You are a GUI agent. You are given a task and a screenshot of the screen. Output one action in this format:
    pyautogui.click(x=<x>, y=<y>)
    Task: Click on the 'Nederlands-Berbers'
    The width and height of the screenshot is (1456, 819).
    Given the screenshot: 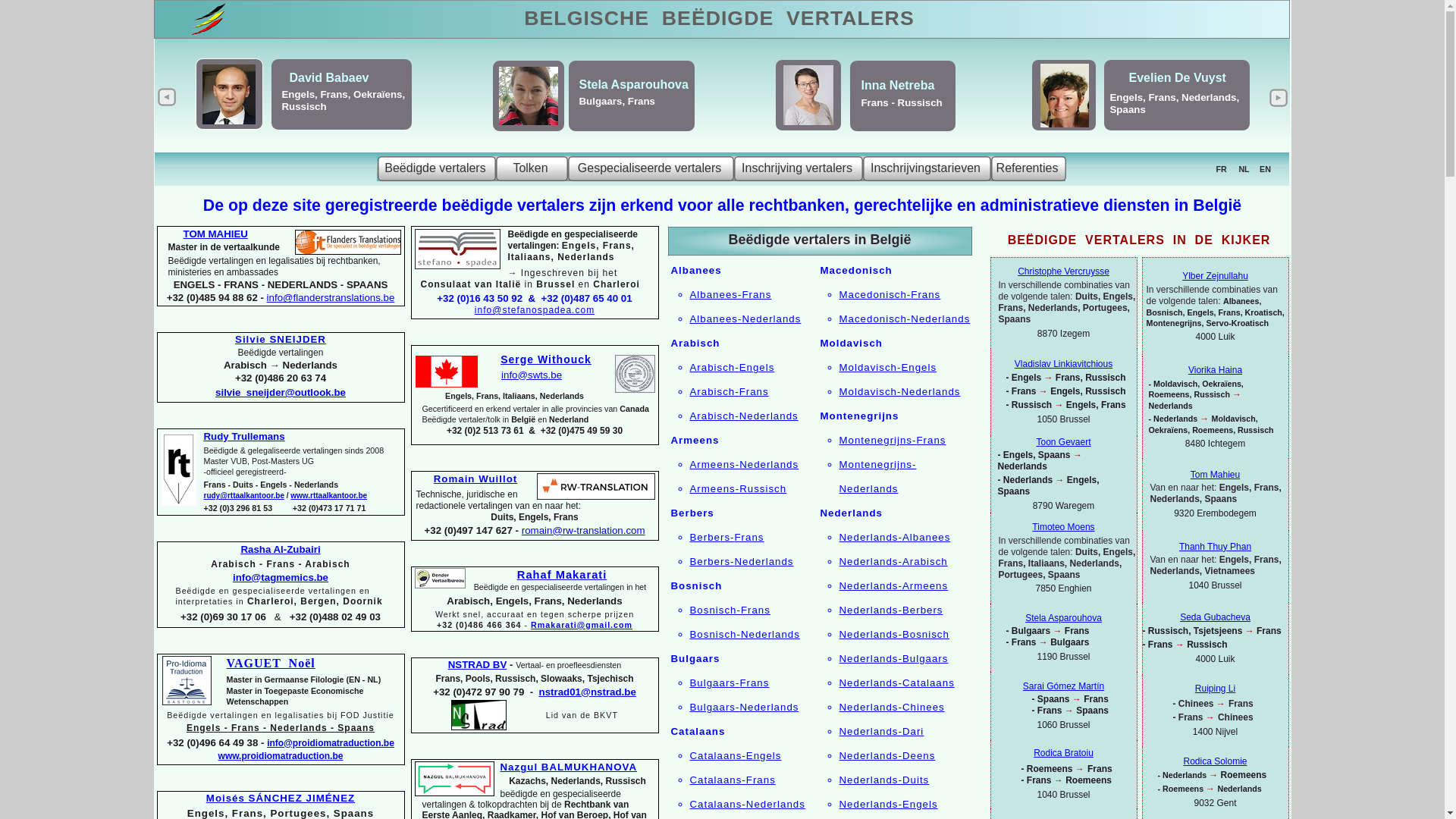 What is the action you would take?
    pyautogui.click(x=890, y=609)
    